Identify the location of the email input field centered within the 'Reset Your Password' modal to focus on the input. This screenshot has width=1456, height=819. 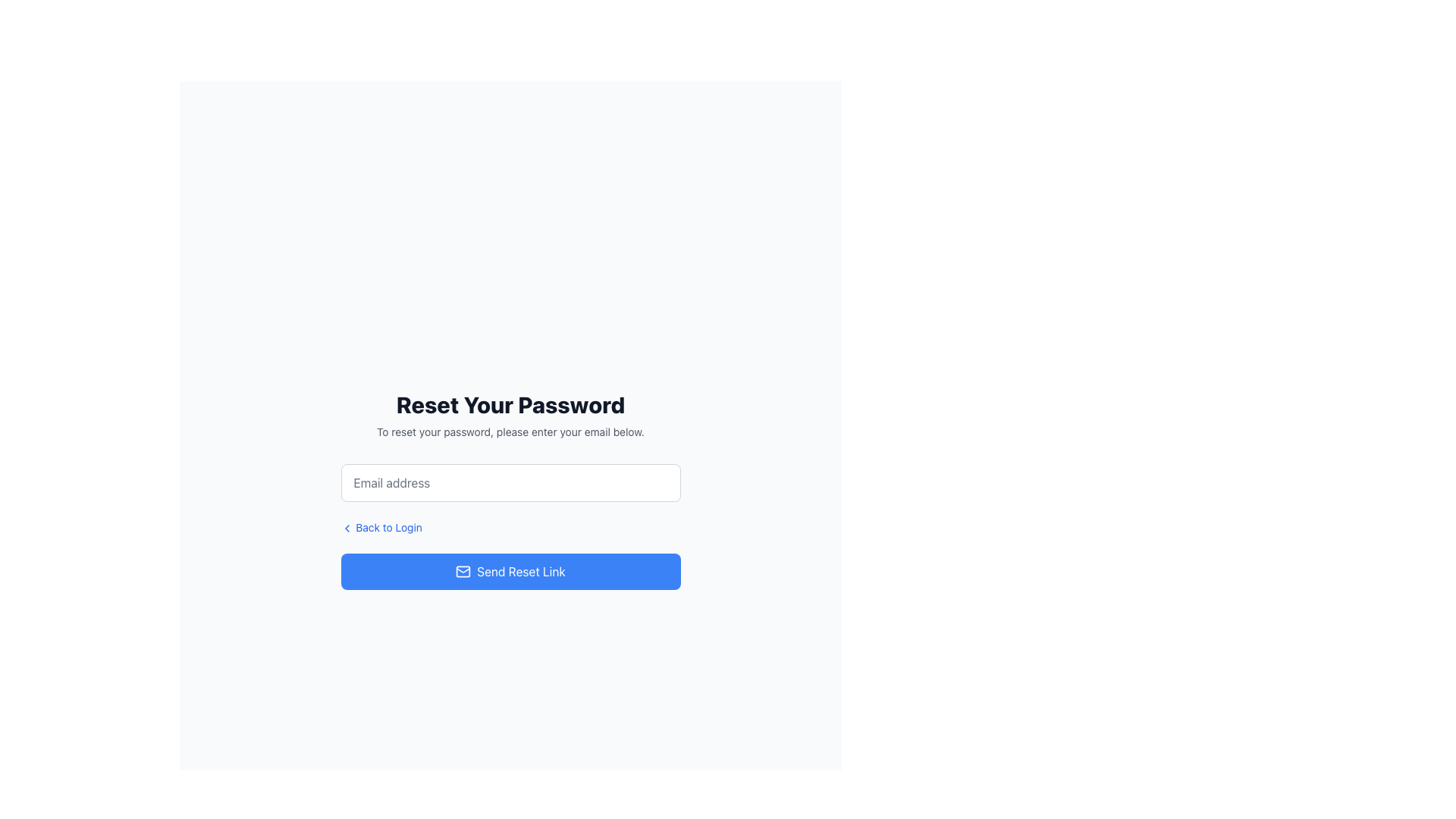
(510, 491).